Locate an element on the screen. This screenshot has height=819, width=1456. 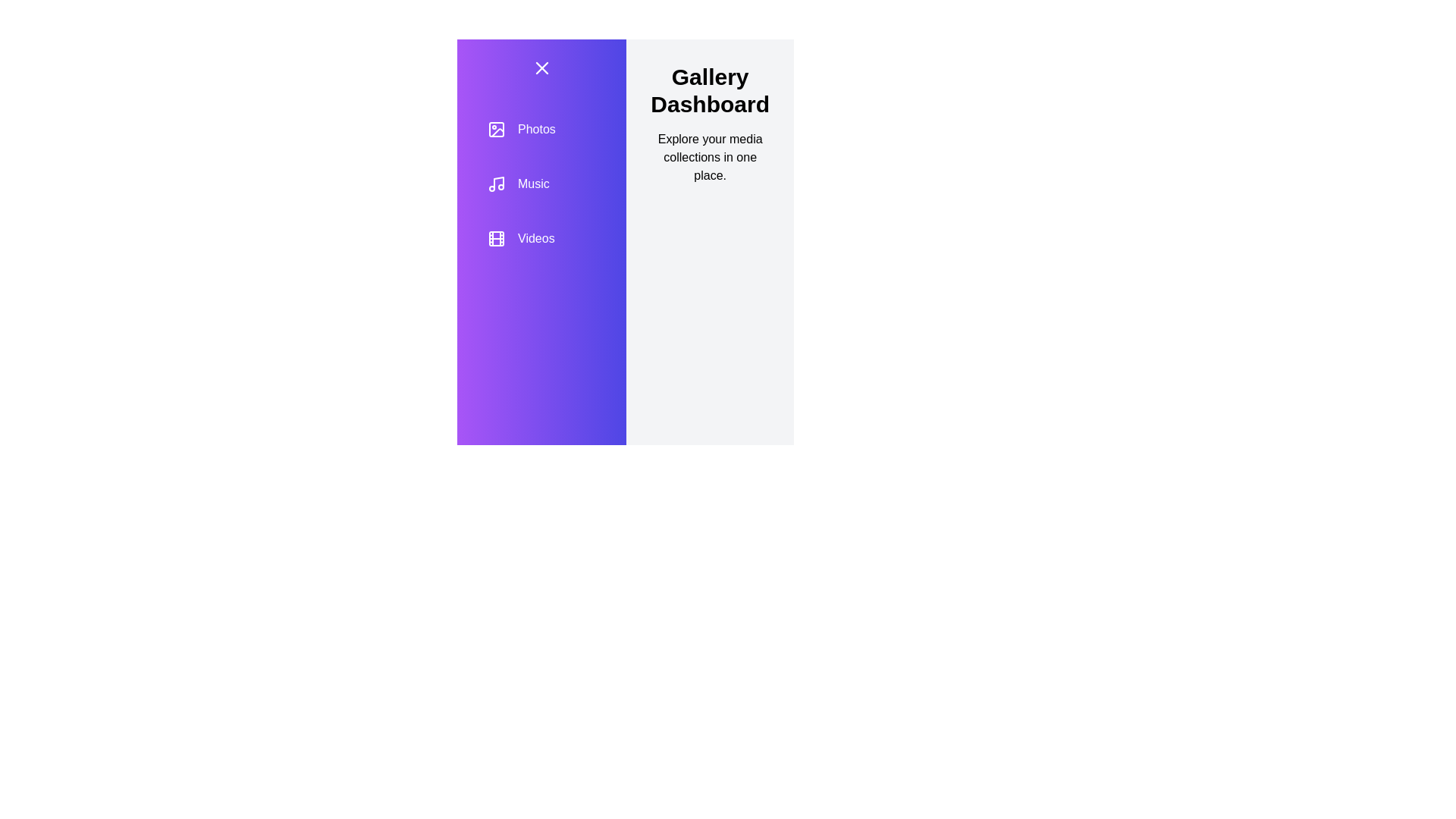
the category Music from the list is located at coordinates (541, 184).